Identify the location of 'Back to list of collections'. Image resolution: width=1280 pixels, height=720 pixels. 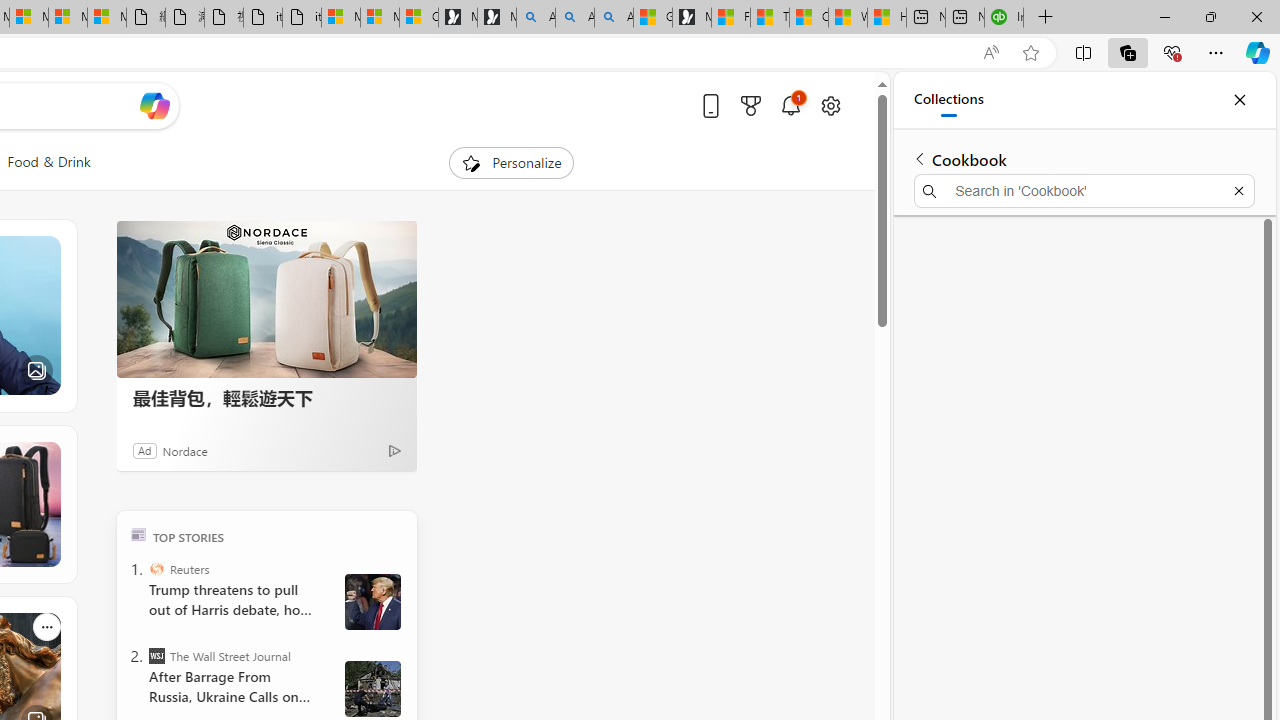
(919, 158).